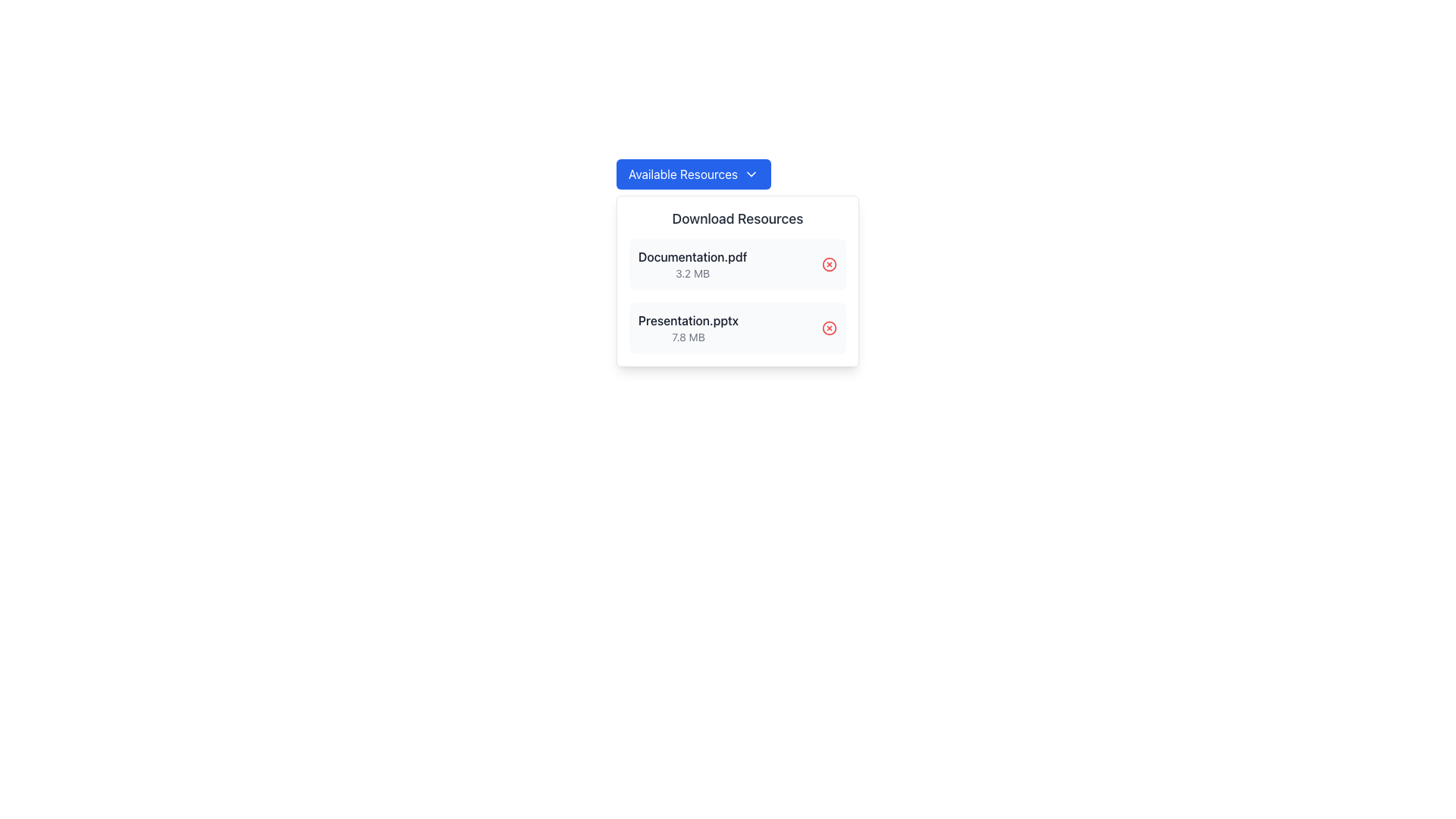  What do you see at coordinates (829, 327) in the screenshot?
I see `the graphical icon (circle) representing the delete action for the 'Presentation.pptx' file, located at the far right of the second item under the 'Download Resources' header` at bounding box center [829, 327].